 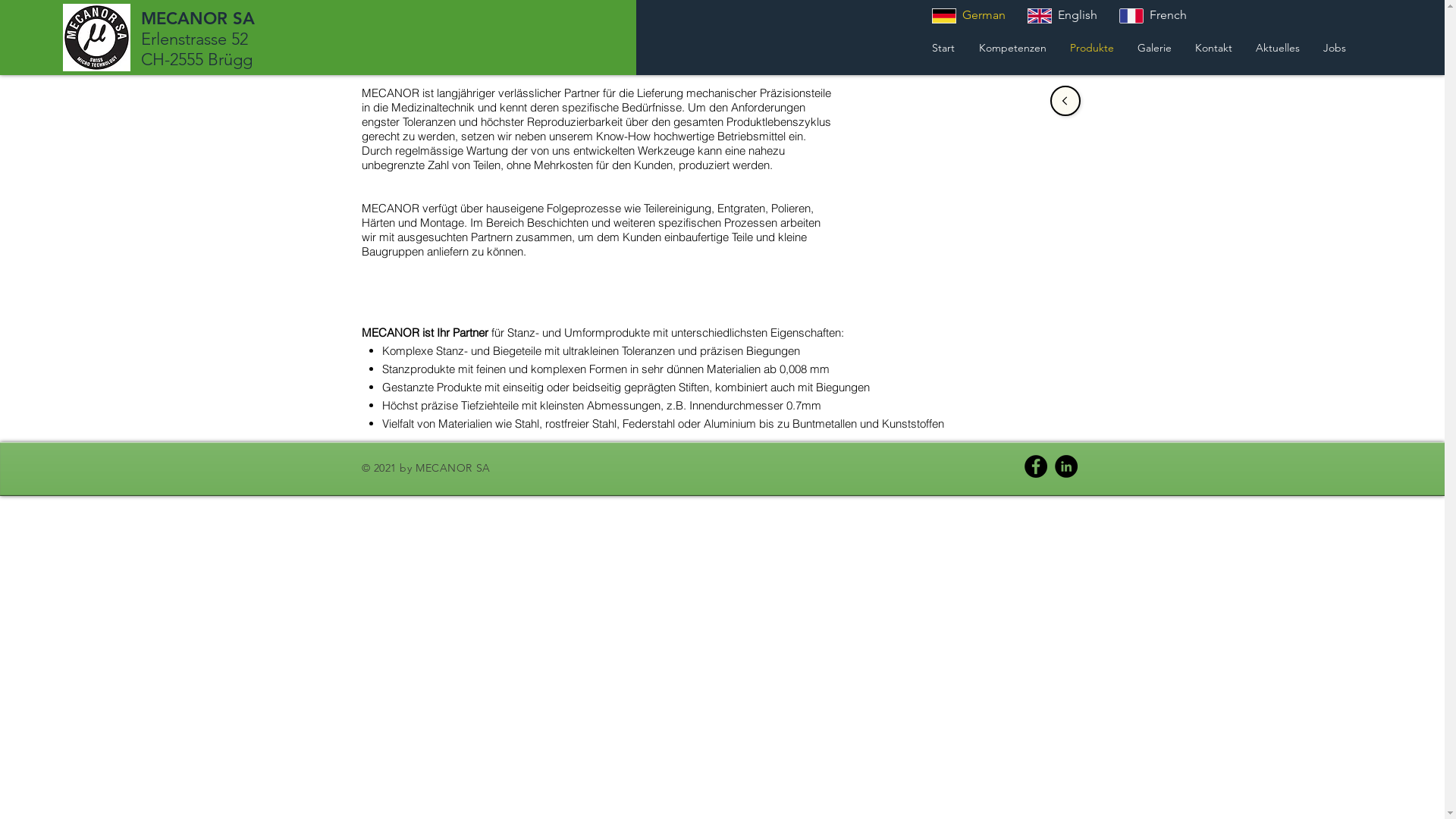 What do you see at coordinates (919, 46) in the screenshot?
I see `'Start'` at bounding box center [919, 46].